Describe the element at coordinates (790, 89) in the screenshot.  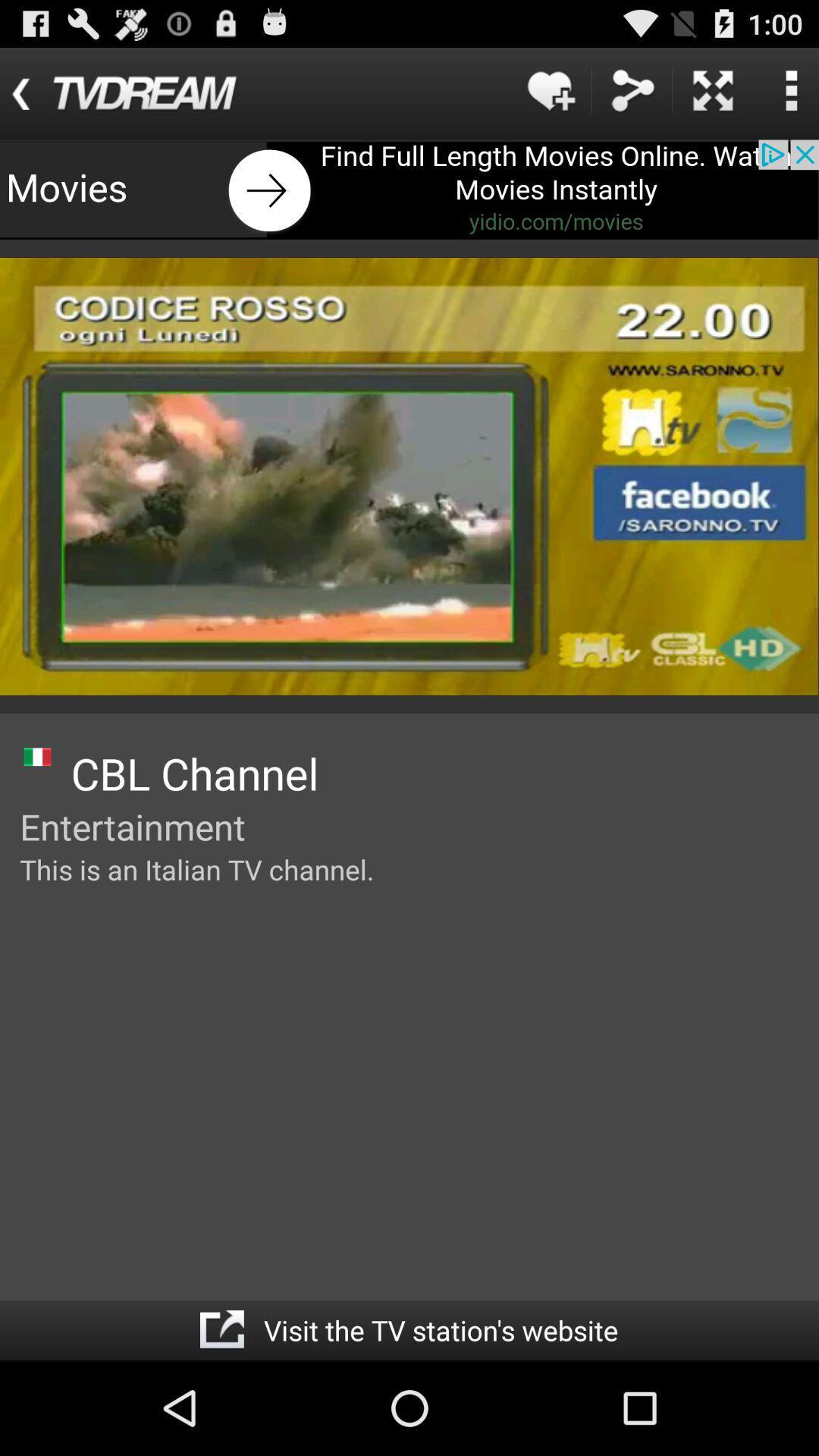
I see `over view the option` at that location.